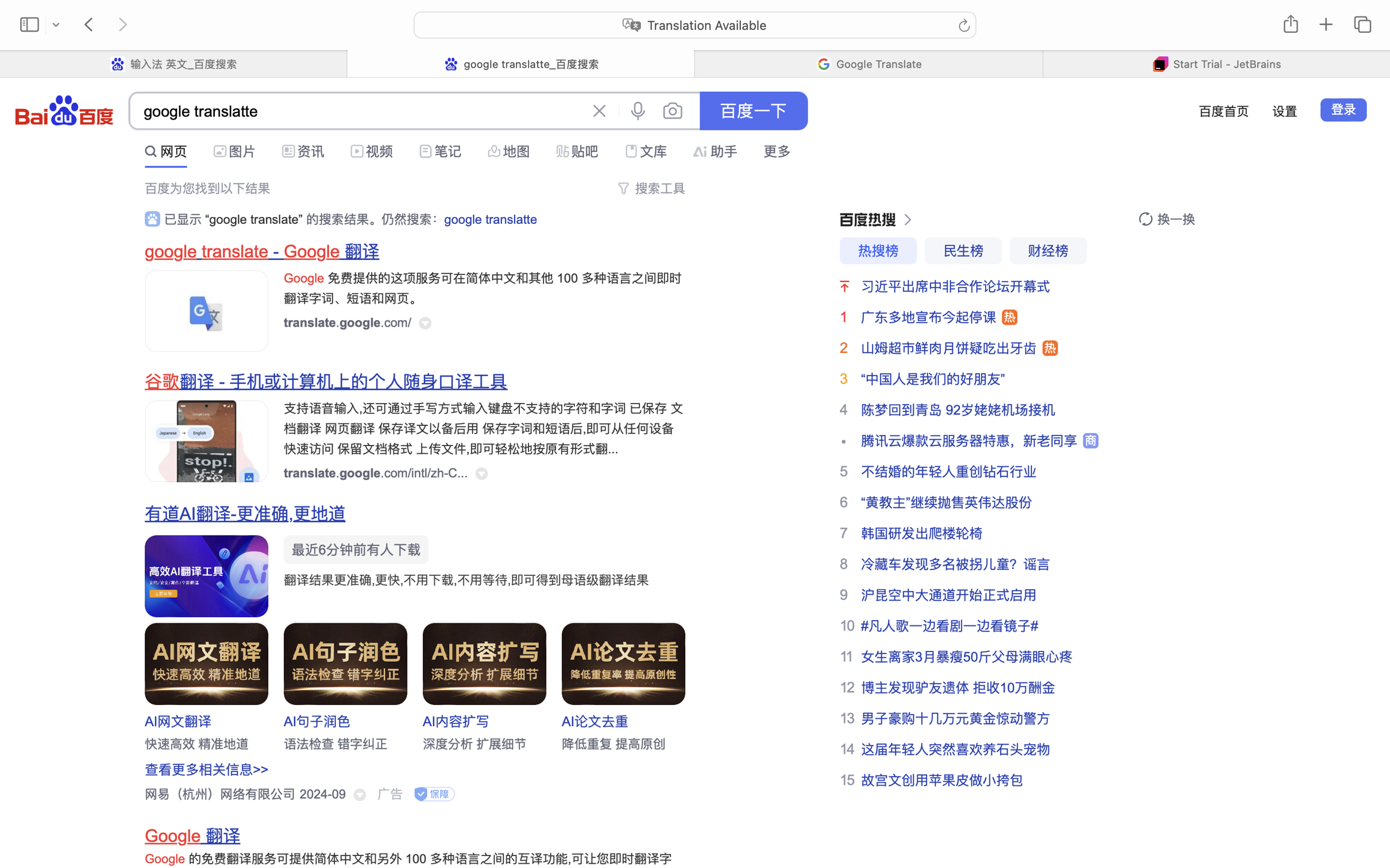 The image size is (1390, 868). I want to click on '查看更多相关信息>>', so click(207, 769).